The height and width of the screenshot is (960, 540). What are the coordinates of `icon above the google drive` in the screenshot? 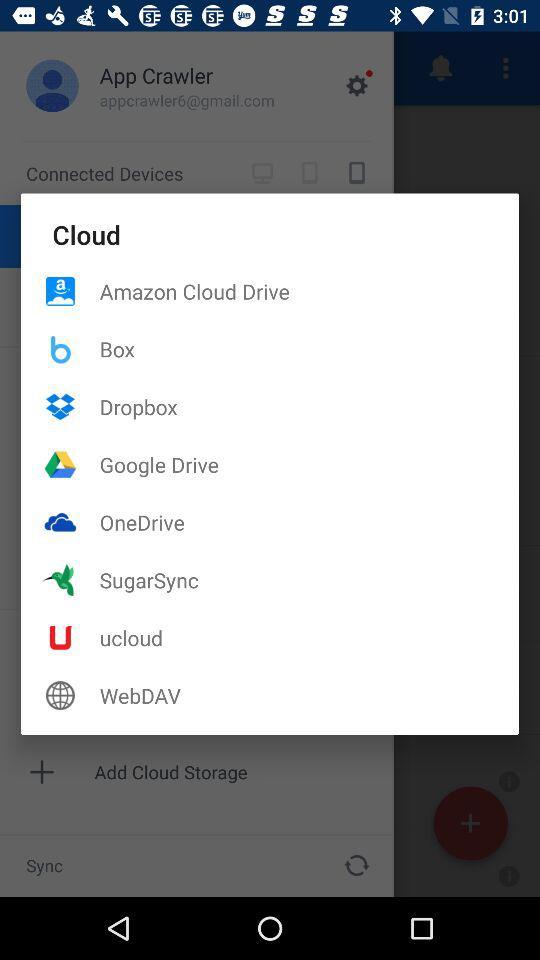 It's located at (309, 405).